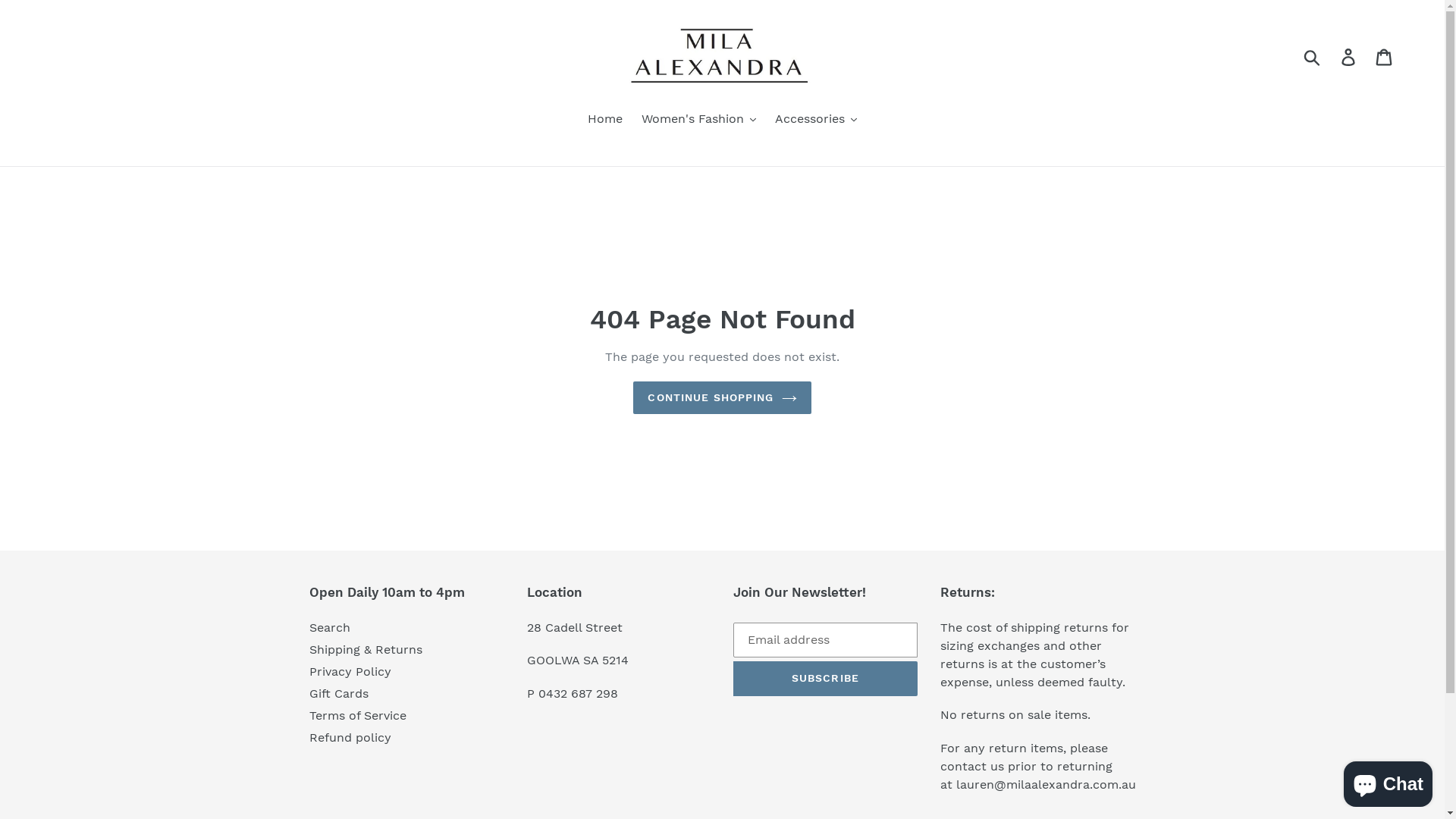  What do you see at coordinates (349, 670) in the screenshot?
I see `'Privacy Policy'` at bounding box center [349, 670].